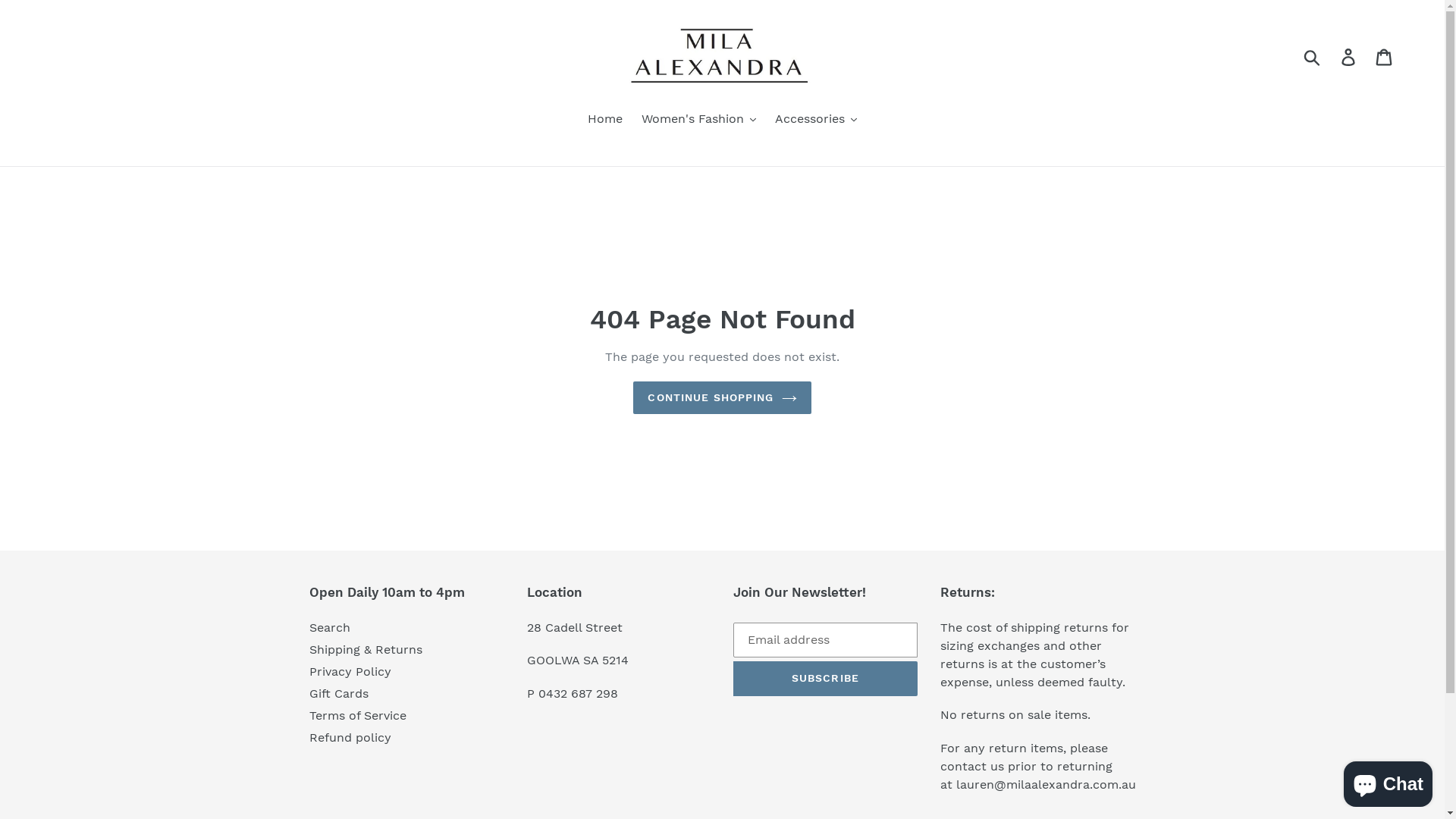  What do you see at coordinates (349, 670) in the screenshot?
I see `'Privacy Policy'` at bounding box center [349, 670].